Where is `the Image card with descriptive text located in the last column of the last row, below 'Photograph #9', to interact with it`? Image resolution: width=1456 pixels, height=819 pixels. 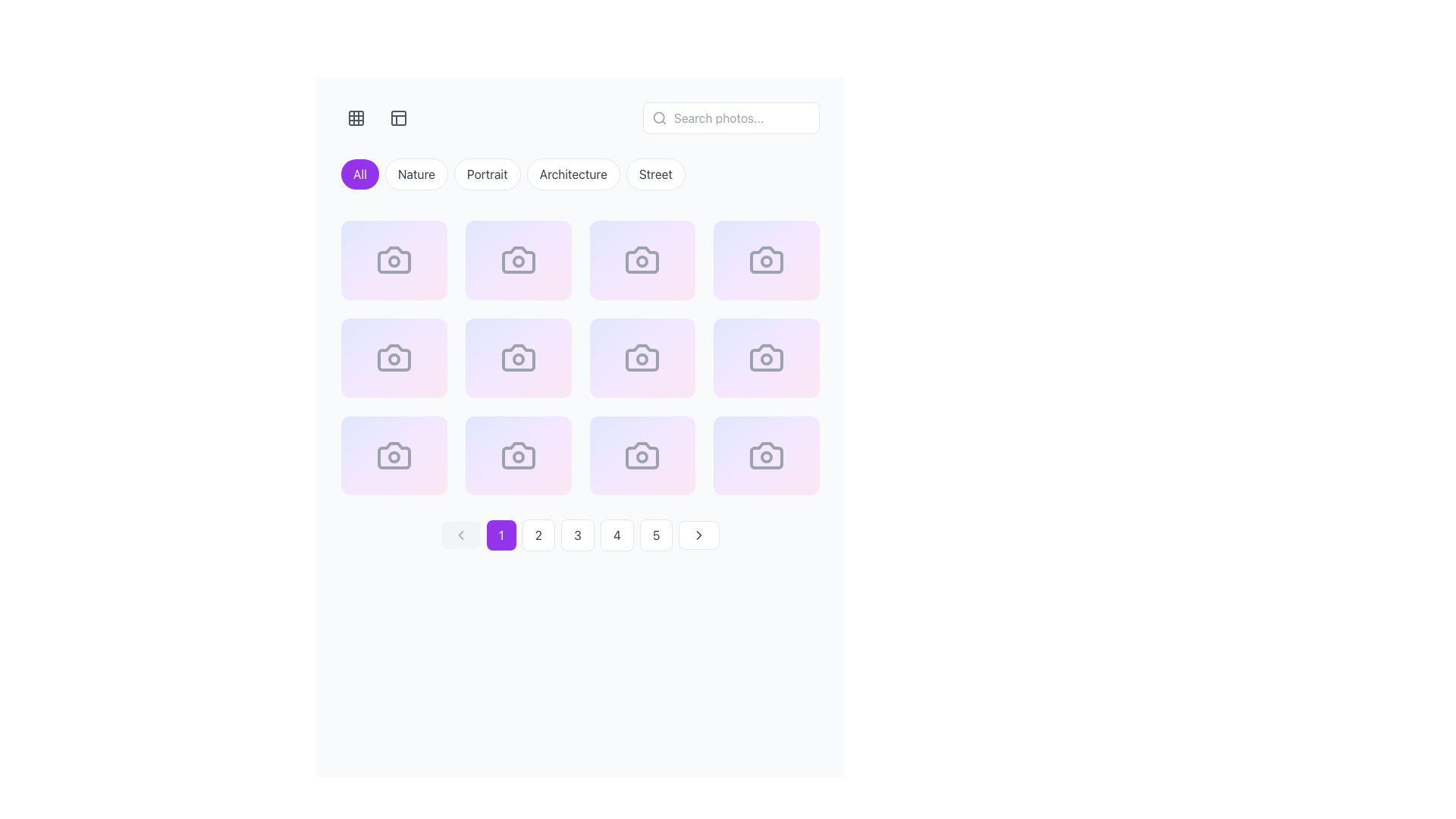 the Image card with descriptive text located in the last column of the last row, below 'Photograph #9', to interact with it is located at coordinates (518, 455).